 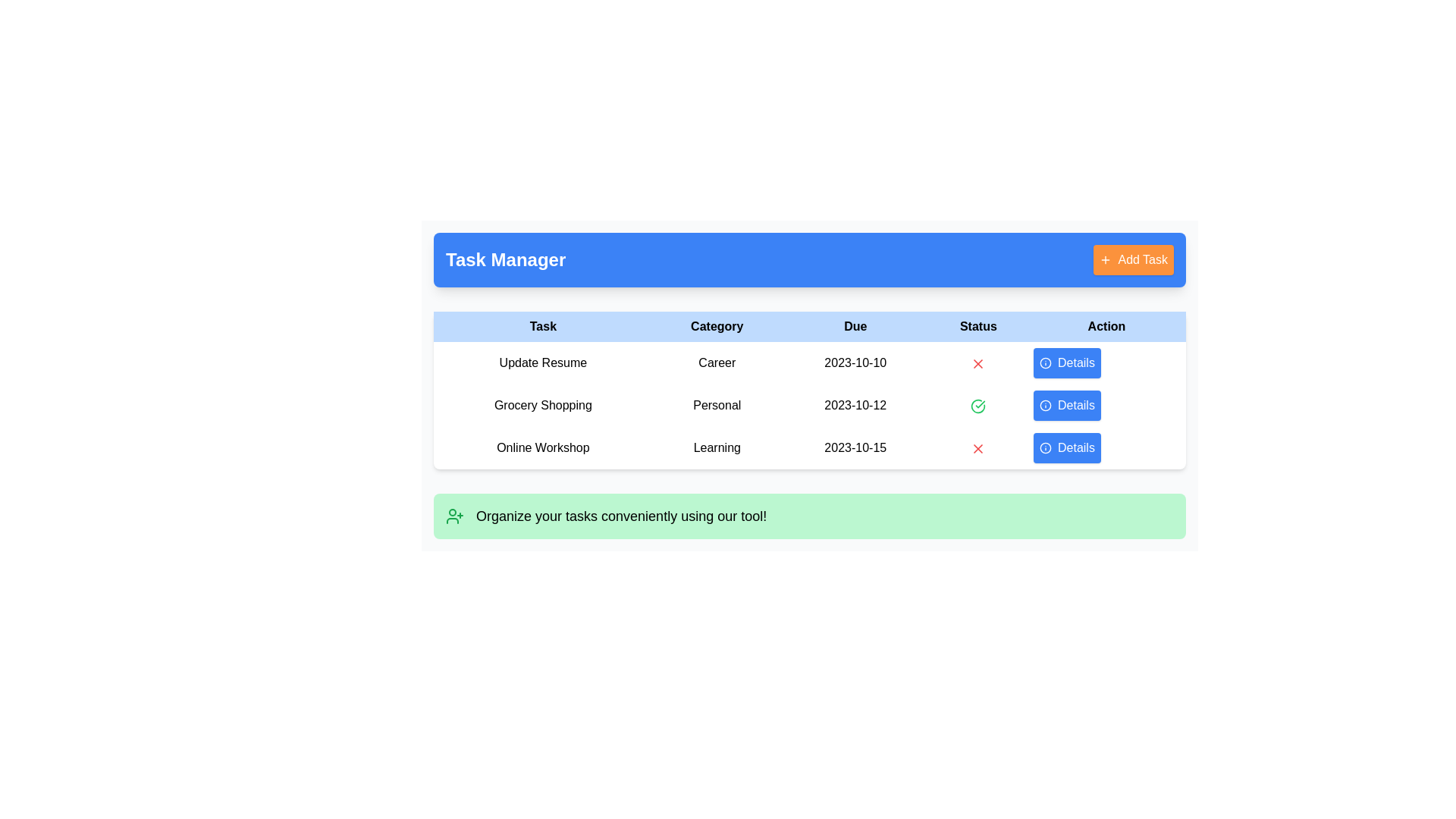 What do you see at coordinates (855, 405) in the screenshot?
I see `the text label '2023-10-12' located in the 'Due' column of the table, which is aligned with the 'Grocery Shopping' task` at bounding box center [855, 405].